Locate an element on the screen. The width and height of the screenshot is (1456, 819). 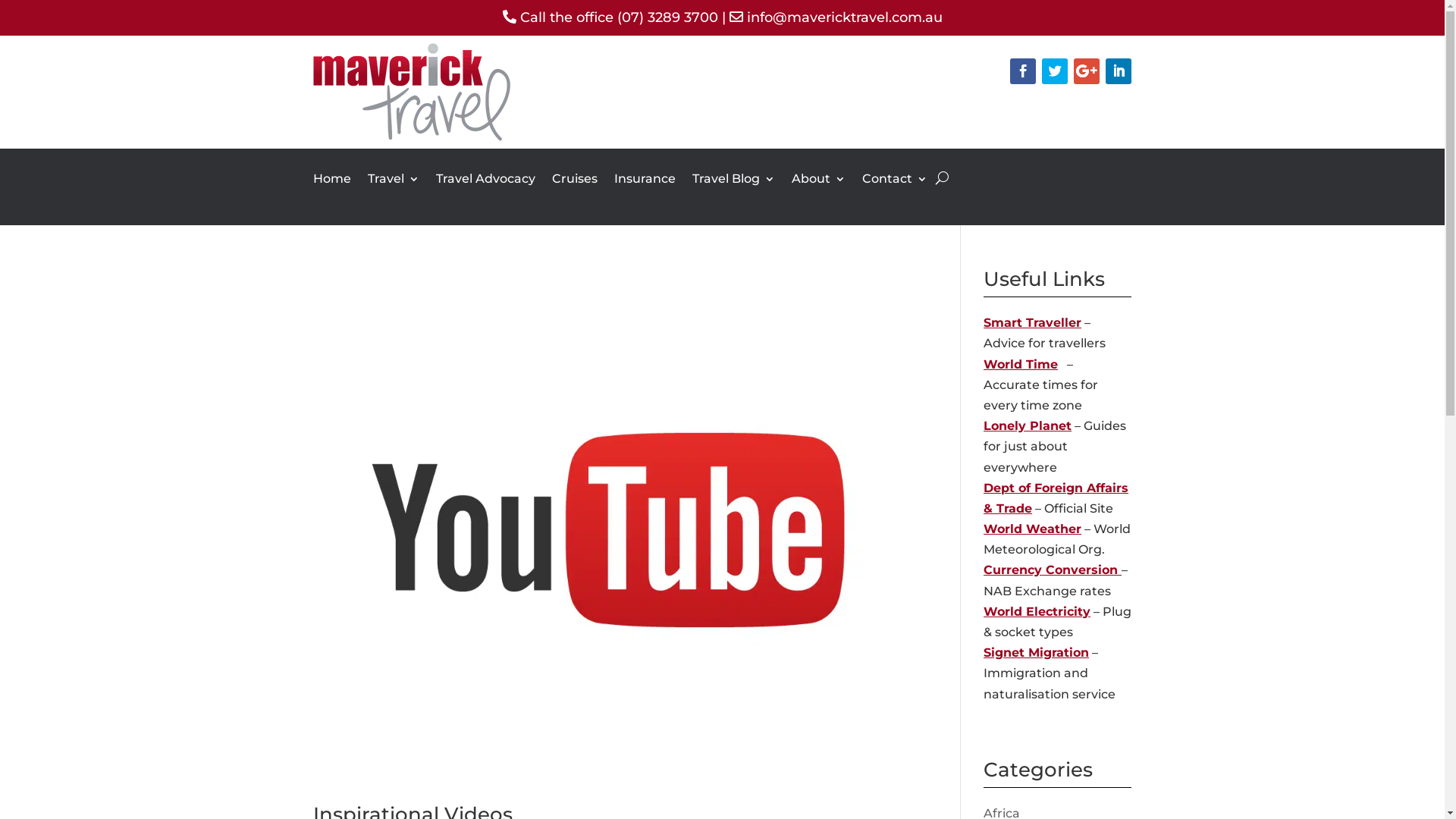
'Follow on LinkedIn' is located at coordinates (1118, 71).